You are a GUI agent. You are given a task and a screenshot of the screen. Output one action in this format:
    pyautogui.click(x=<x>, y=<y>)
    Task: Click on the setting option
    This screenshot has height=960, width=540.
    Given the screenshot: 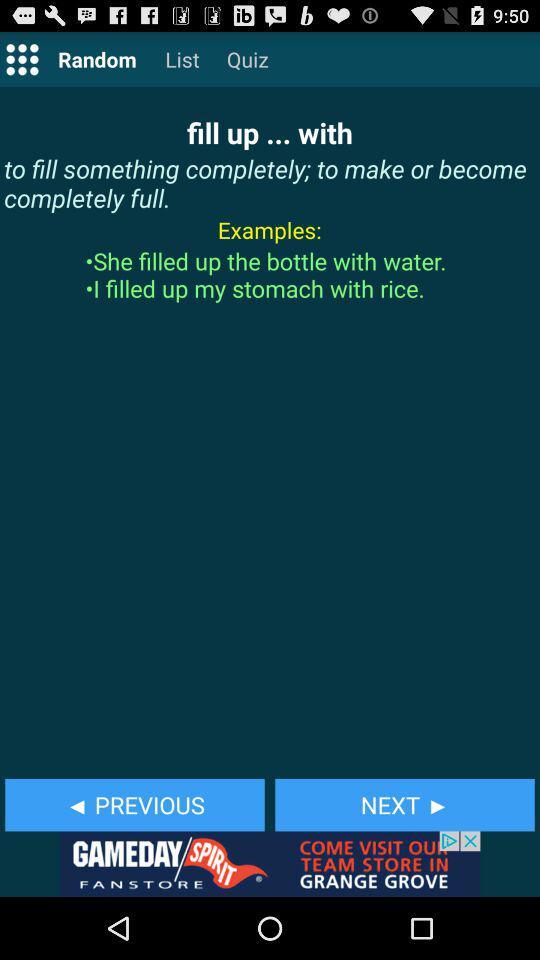 What is the action you would take?
    pyautogui.click(x=21, y=58)
    